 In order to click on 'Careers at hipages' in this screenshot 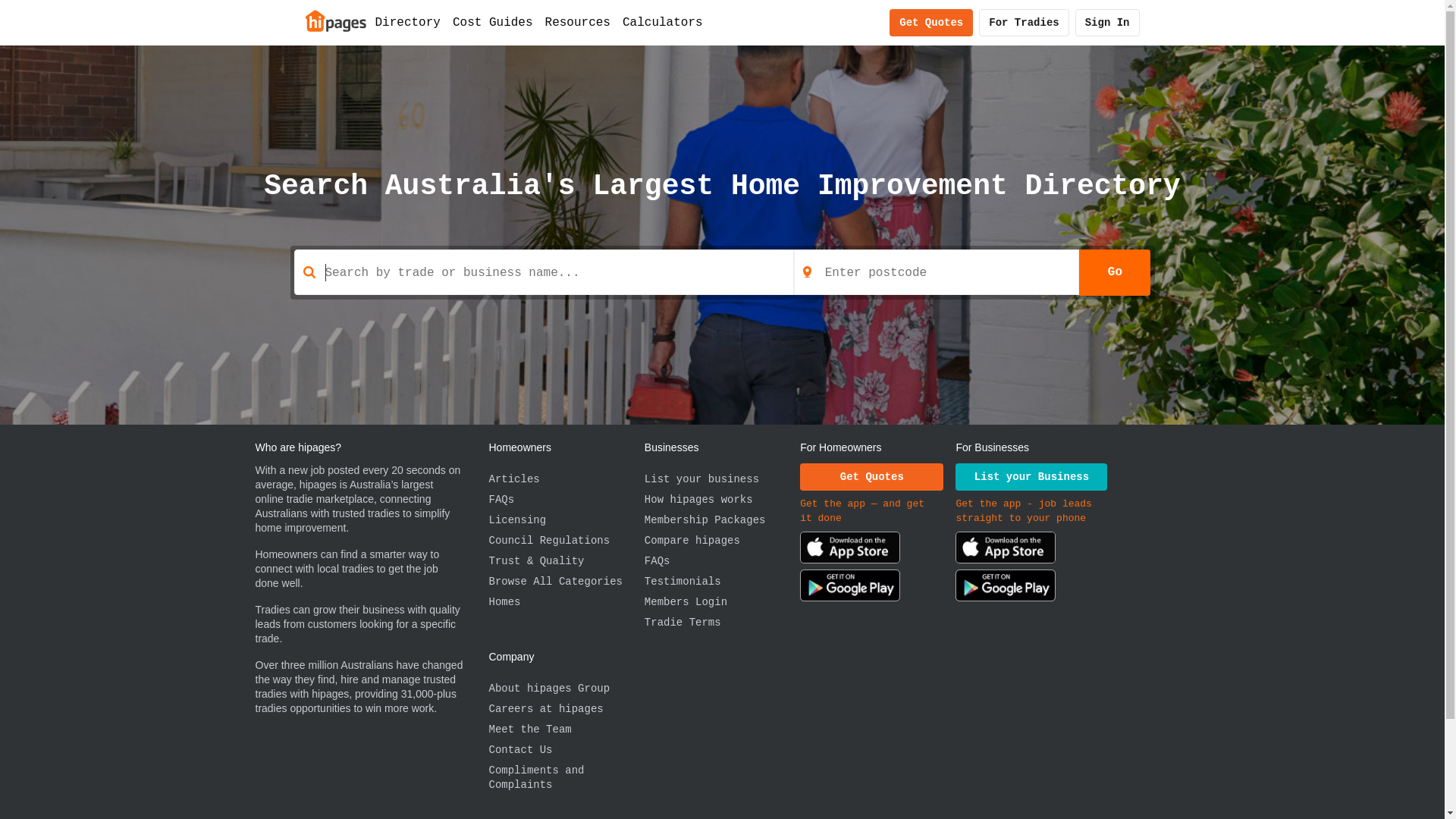, I will do `click(565, 709)`.